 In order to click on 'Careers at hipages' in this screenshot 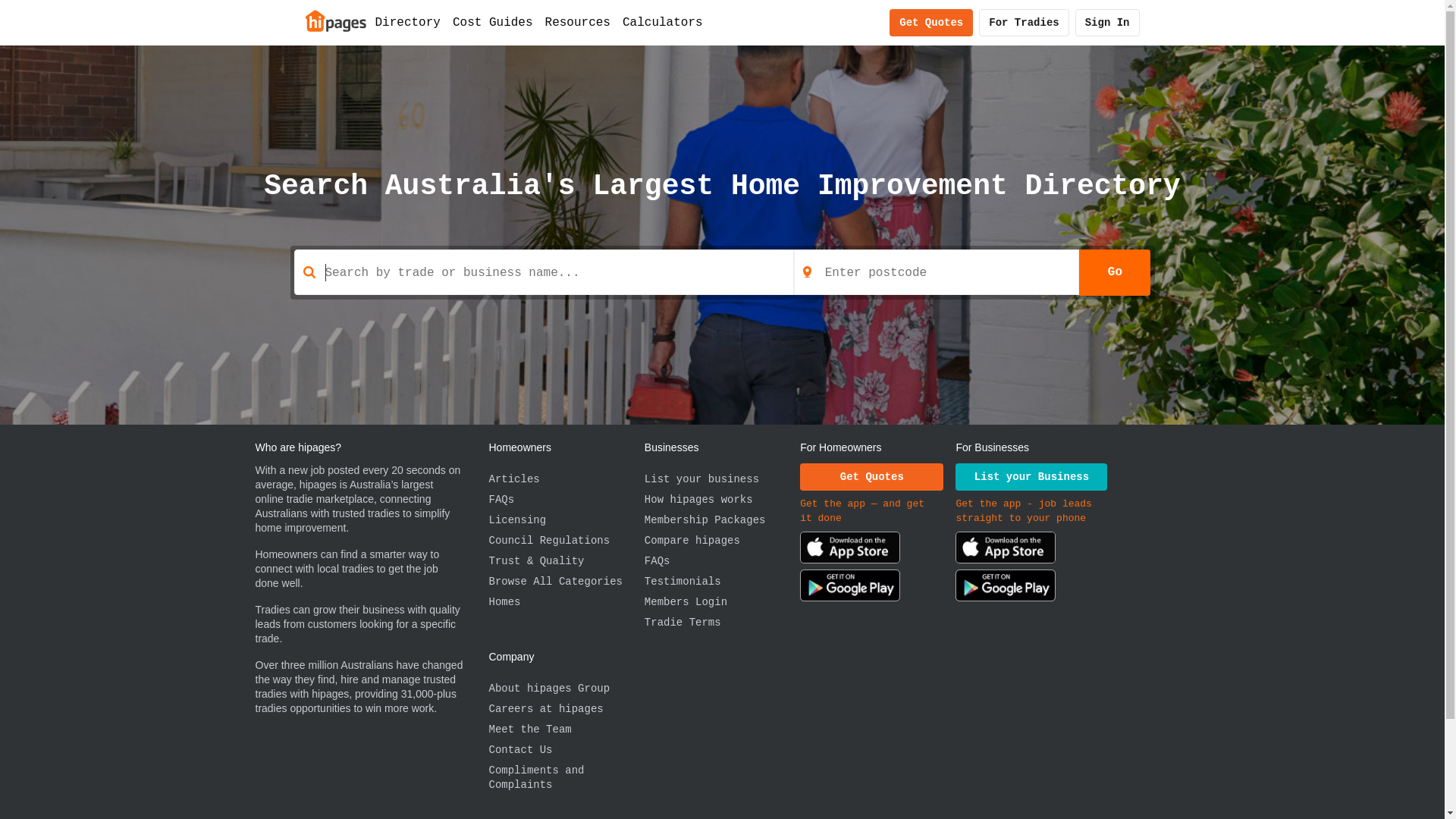, I will do `click(565, 709)`.